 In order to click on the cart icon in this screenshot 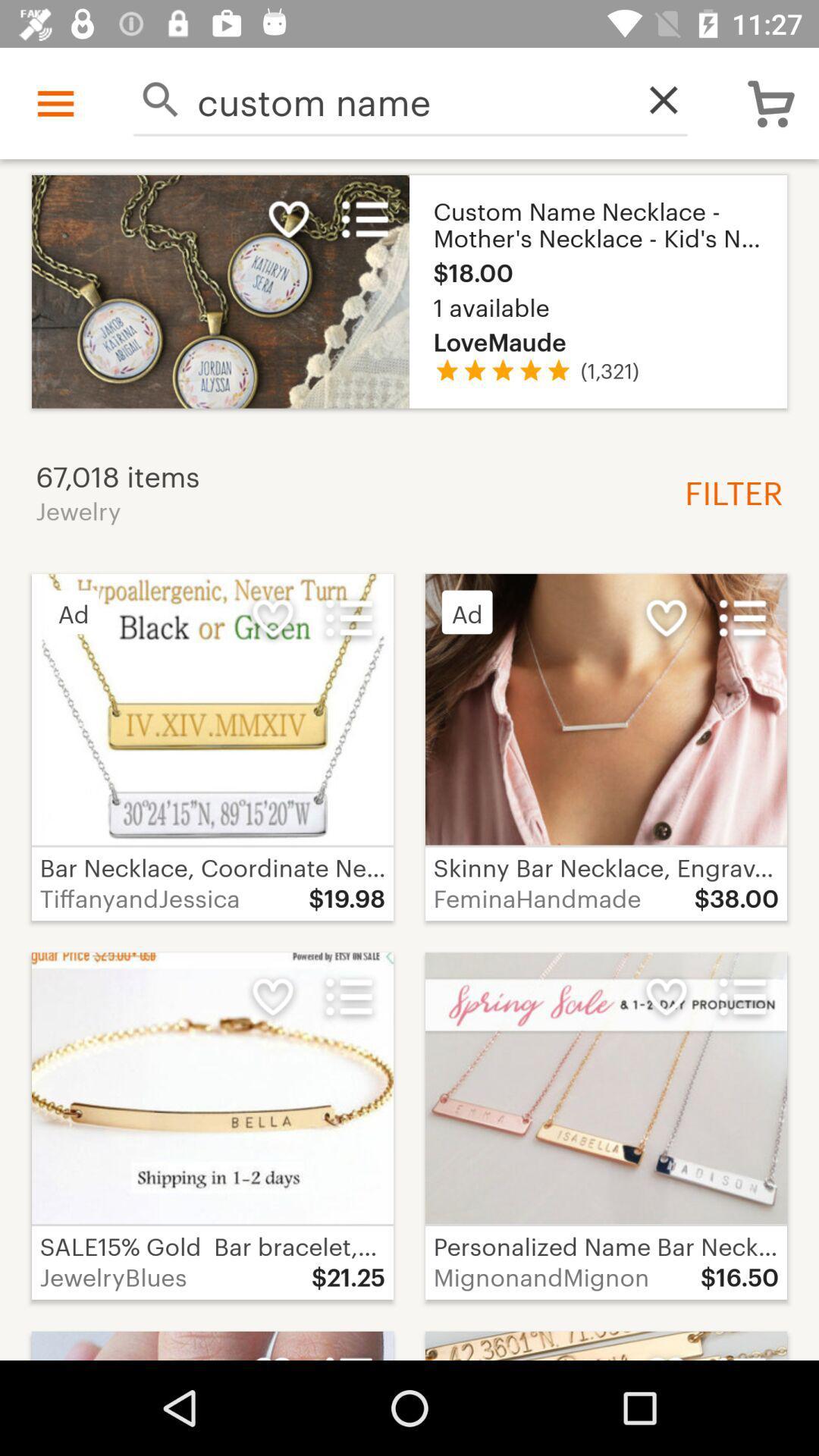, I will do `click(771, 102)`.